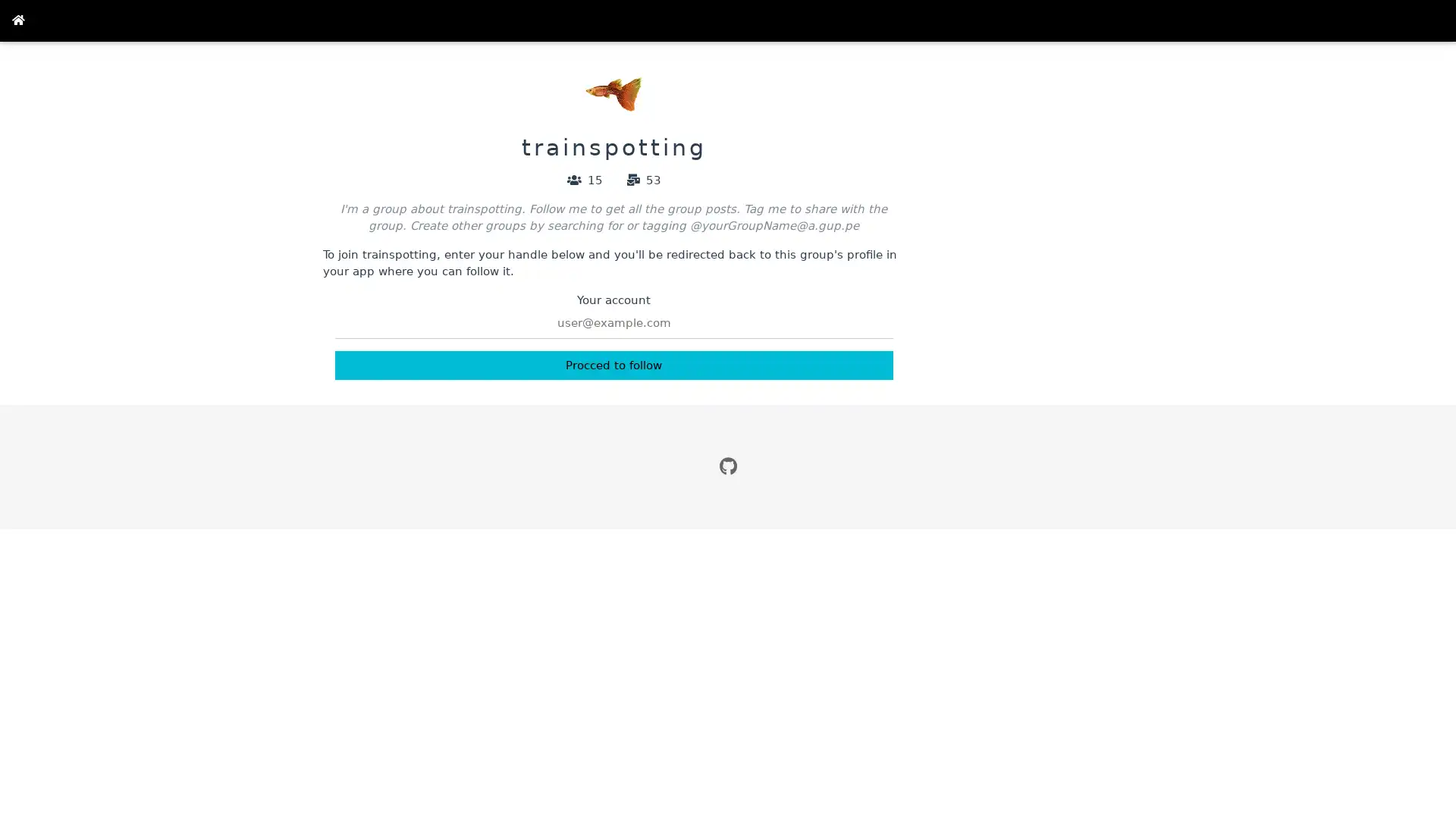 The height and width of the screenshot is (819, 1456). Describe the element at coordinates (613, 365) in the screenshot. I see `Procced to follow` at that location.